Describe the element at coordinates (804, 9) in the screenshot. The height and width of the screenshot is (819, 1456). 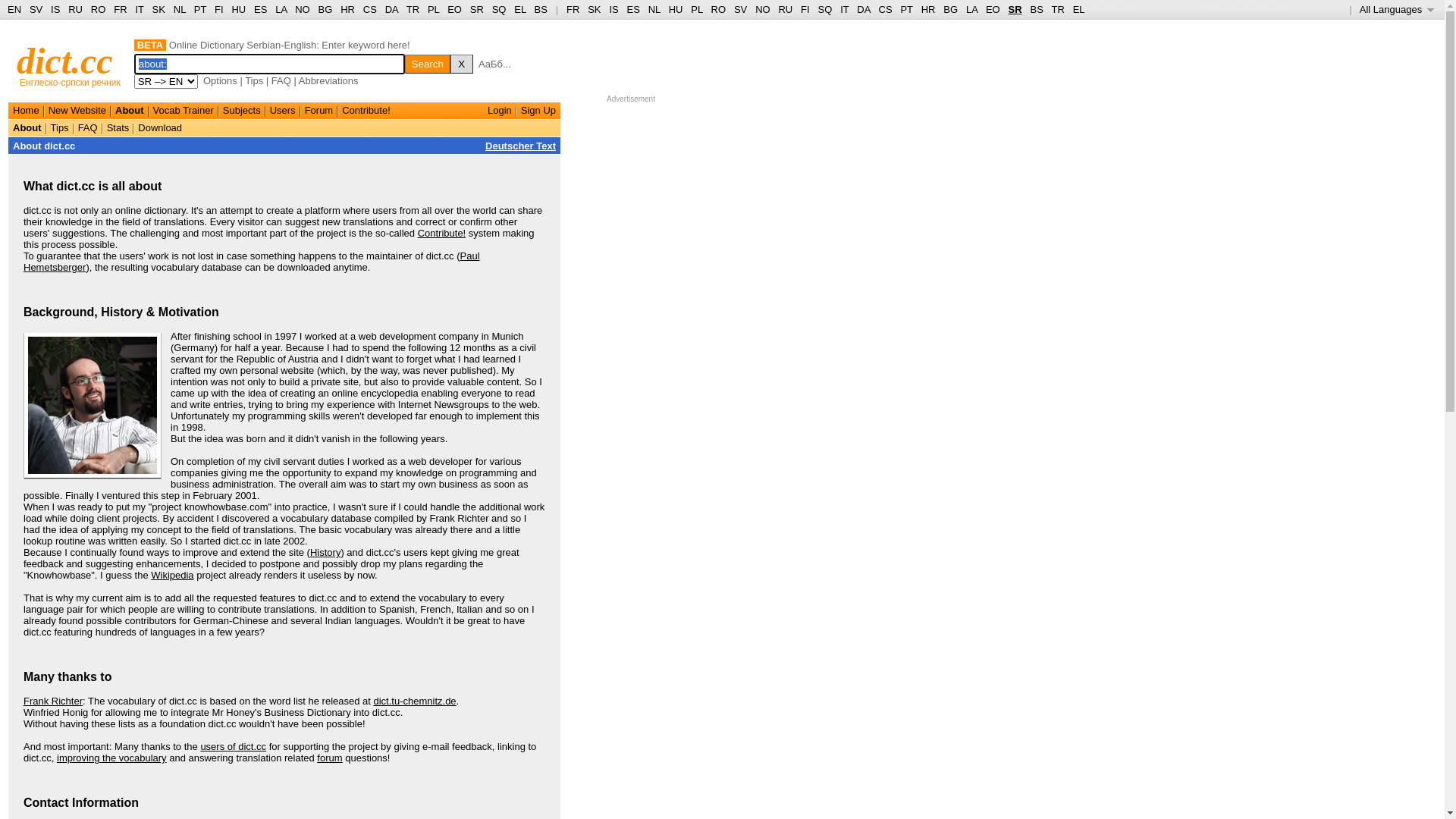
I see `'FI'` at that location.